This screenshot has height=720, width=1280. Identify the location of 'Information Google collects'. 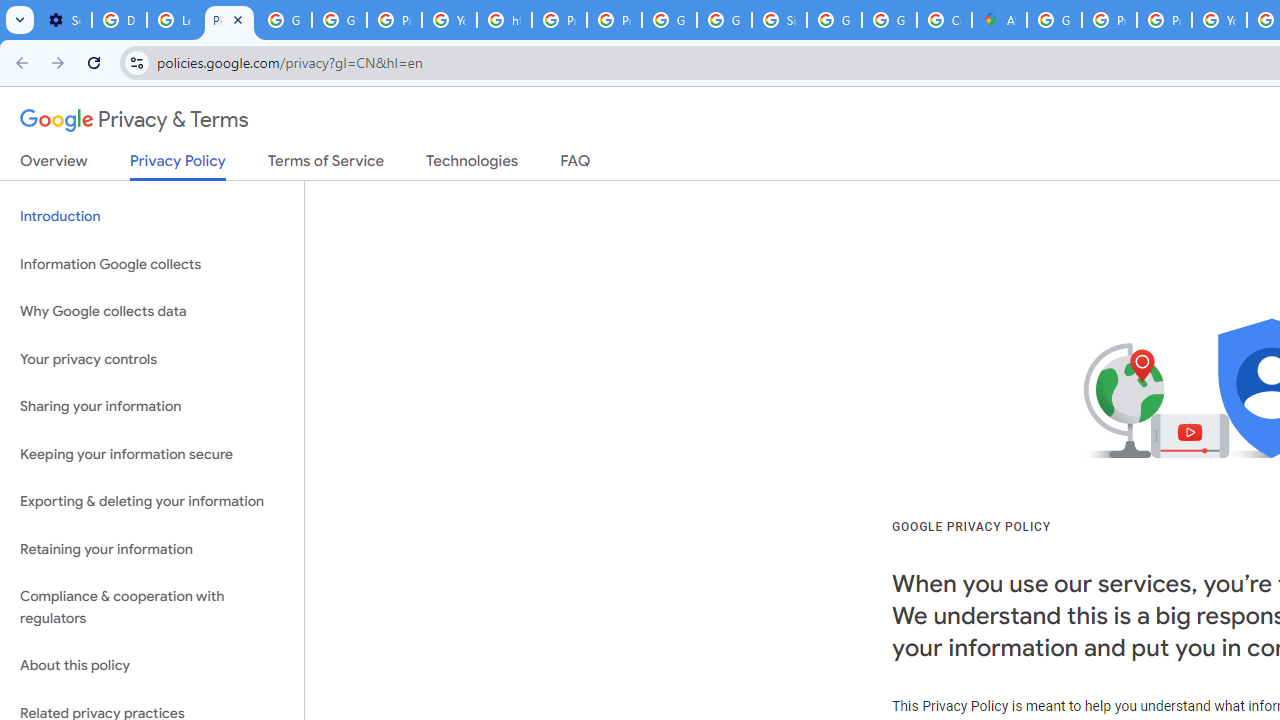
(151, 263).